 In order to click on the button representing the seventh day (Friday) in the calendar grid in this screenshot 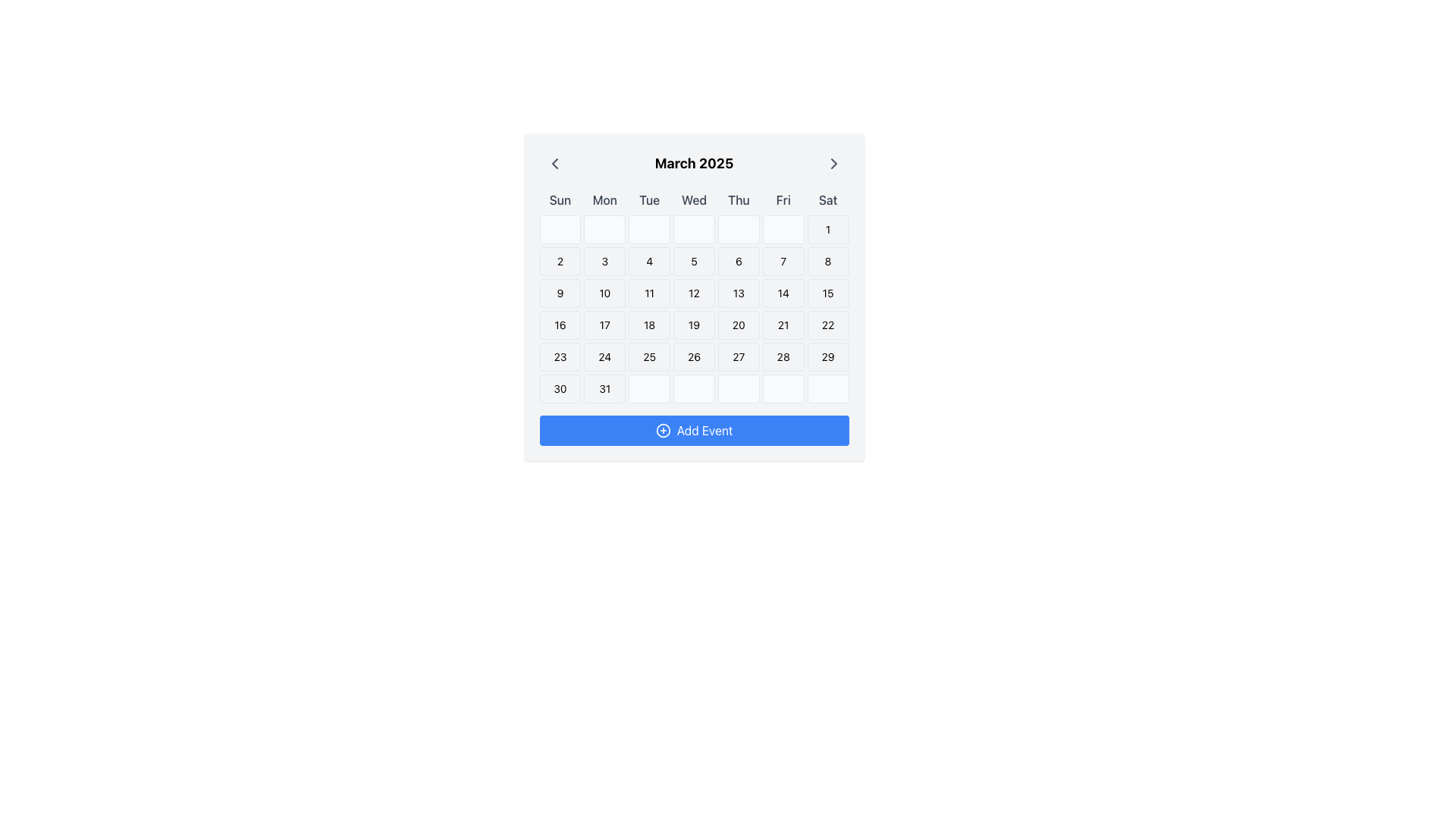, I will do `click(783, 260)`.